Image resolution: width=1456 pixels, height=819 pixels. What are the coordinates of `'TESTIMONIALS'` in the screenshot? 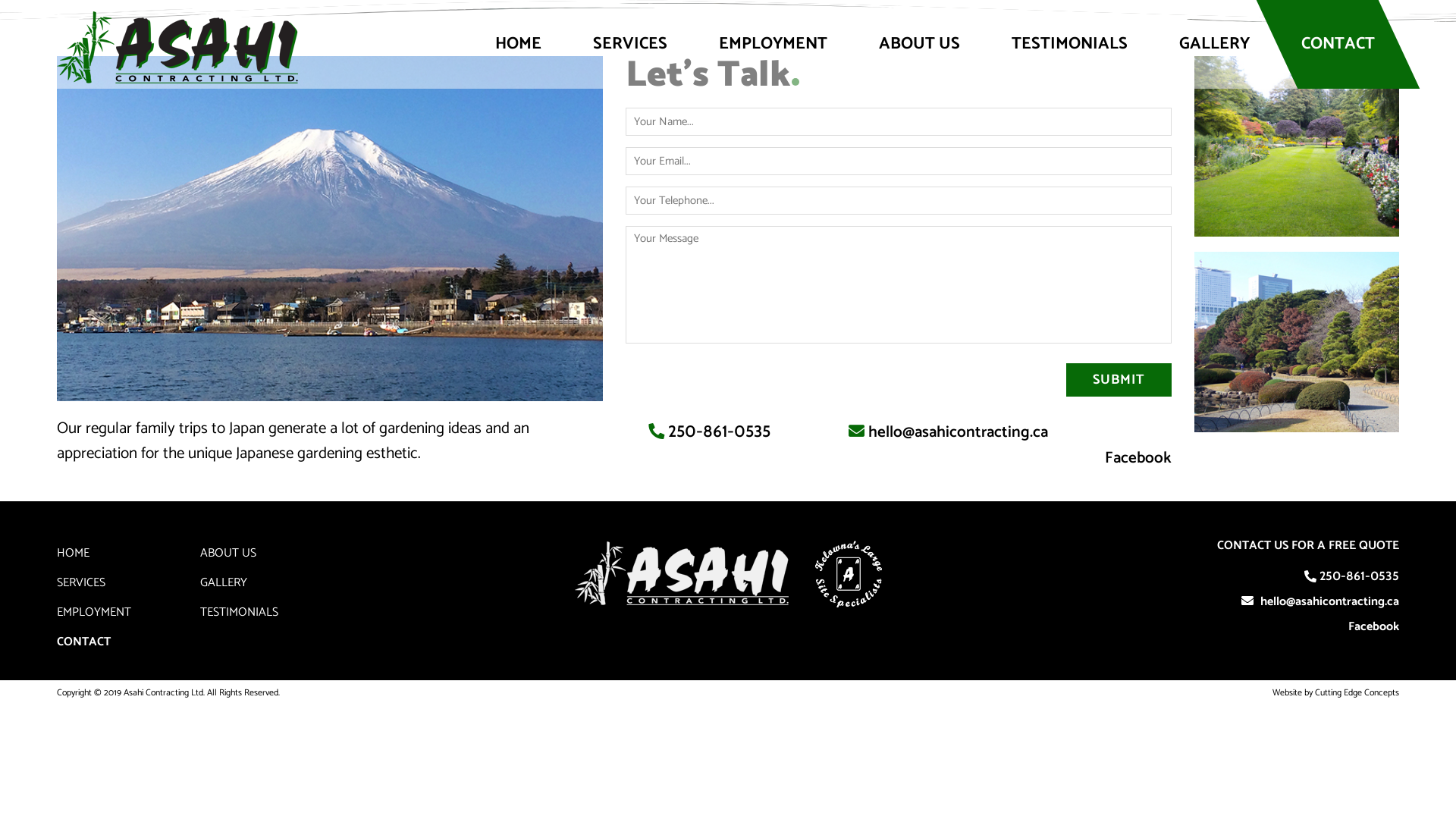 It's located at (199, 611).